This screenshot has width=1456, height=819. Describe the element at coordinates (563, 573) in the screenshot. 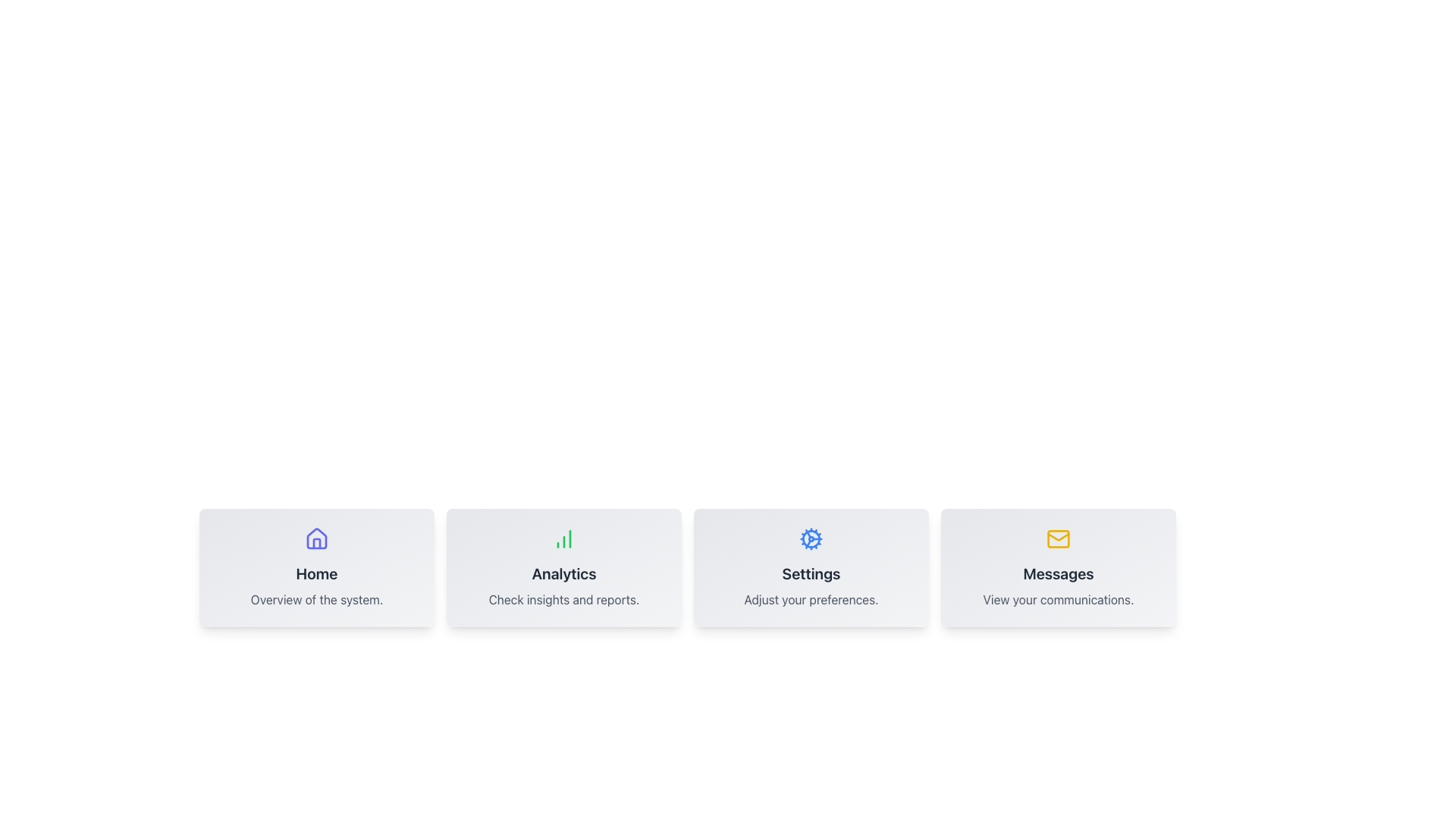

I see `the 'Analytics' text label, which is bold and large-sized, centered below a green bar chart icon, and above the 'Check insights and reports' text` at that location.